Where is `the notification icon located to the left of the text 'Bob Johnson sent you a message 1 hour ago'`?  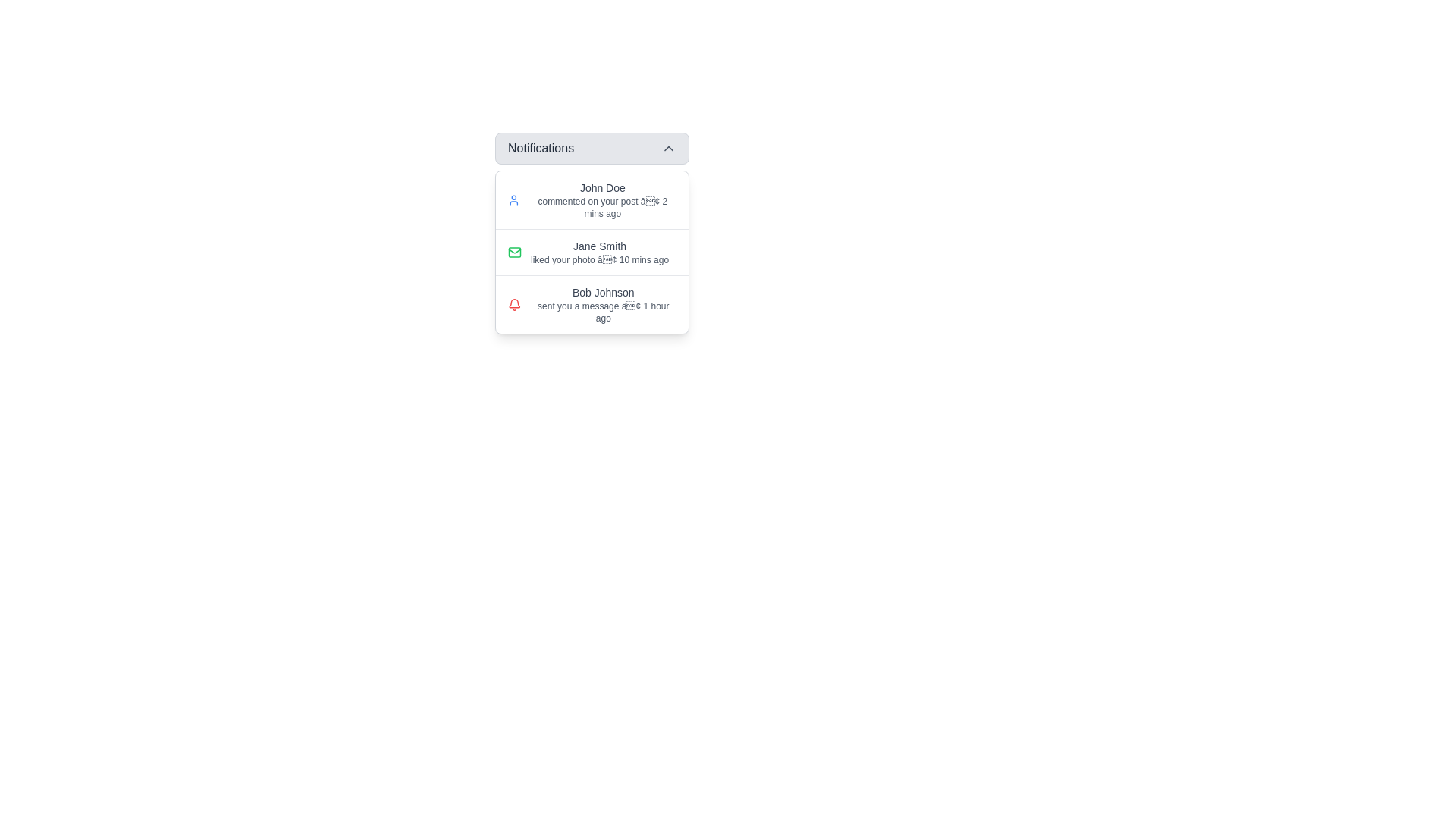 the notification icon located to the left of the text 'Bob Johnson sent you a message 1 hour ago' is located at coordinates (514, 303).